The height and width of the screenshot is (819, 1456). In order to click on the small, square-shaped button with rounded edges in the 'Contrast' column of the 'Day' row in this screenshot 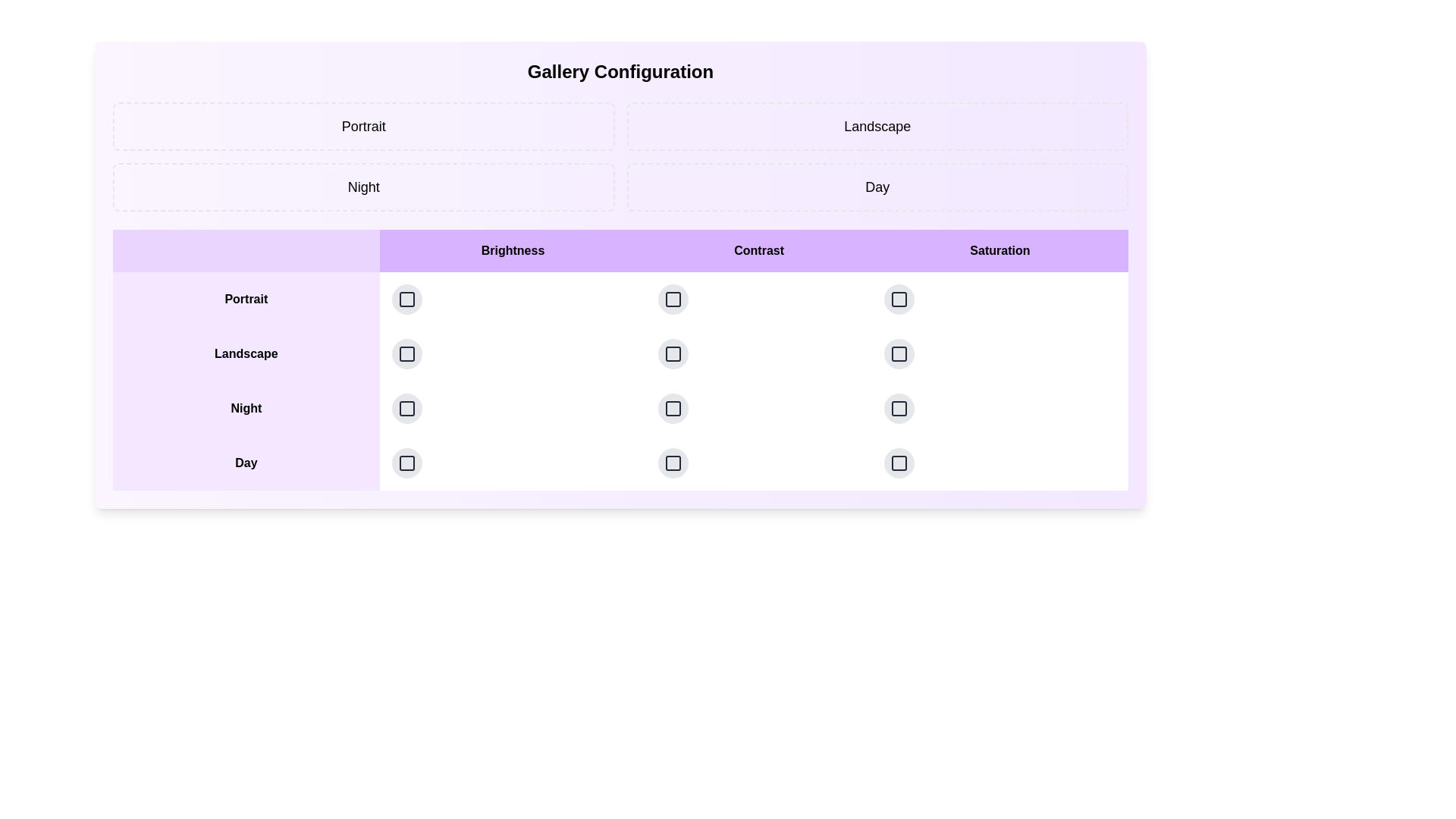, I will do `click(673, 462)`.